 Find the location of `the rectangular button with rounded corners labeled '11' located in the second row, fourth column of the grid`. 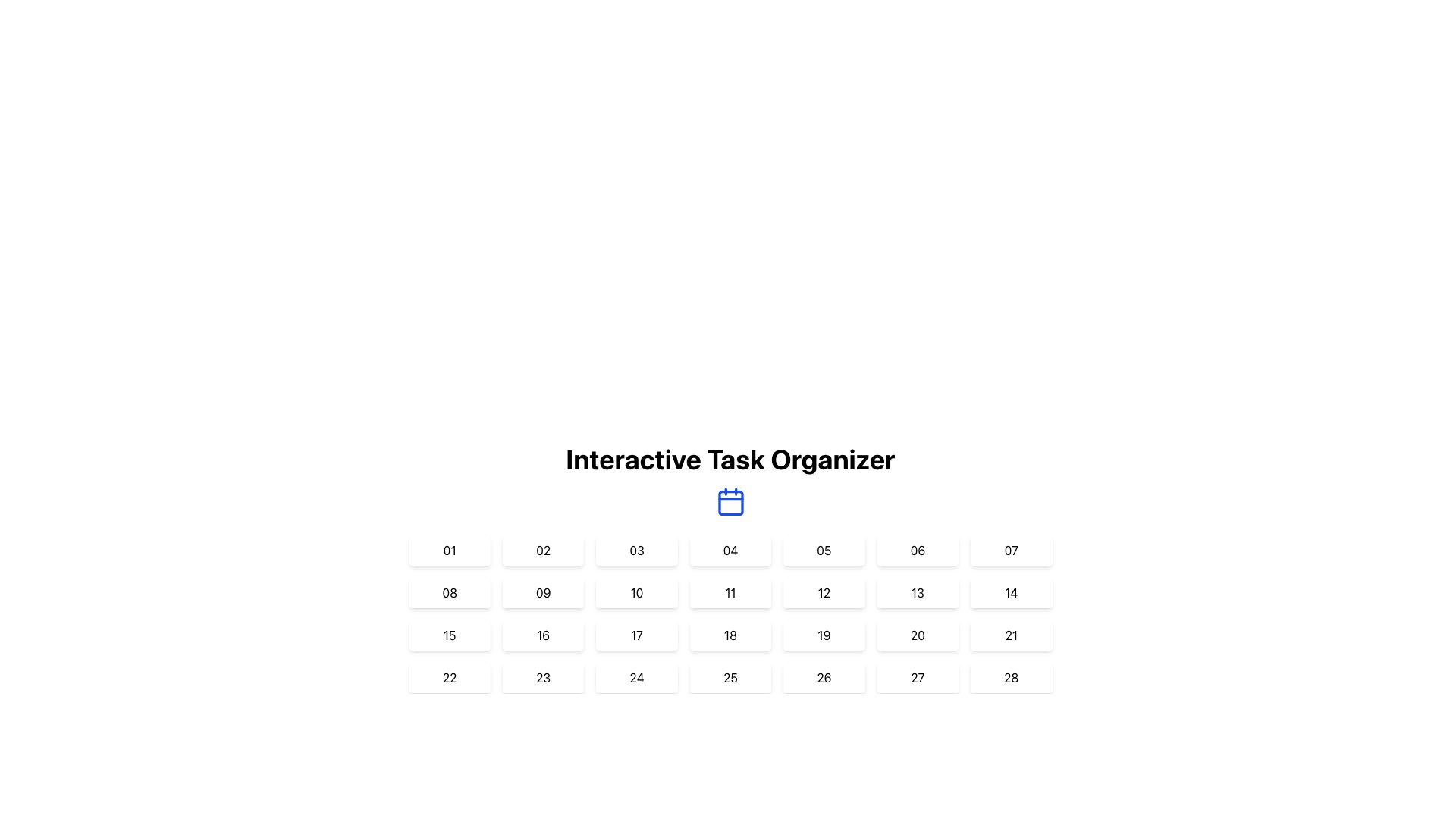

the rectangular button with rounded corners labeled '11' located in the second row, fourth column of the grid is located at coordinates (730, 592).